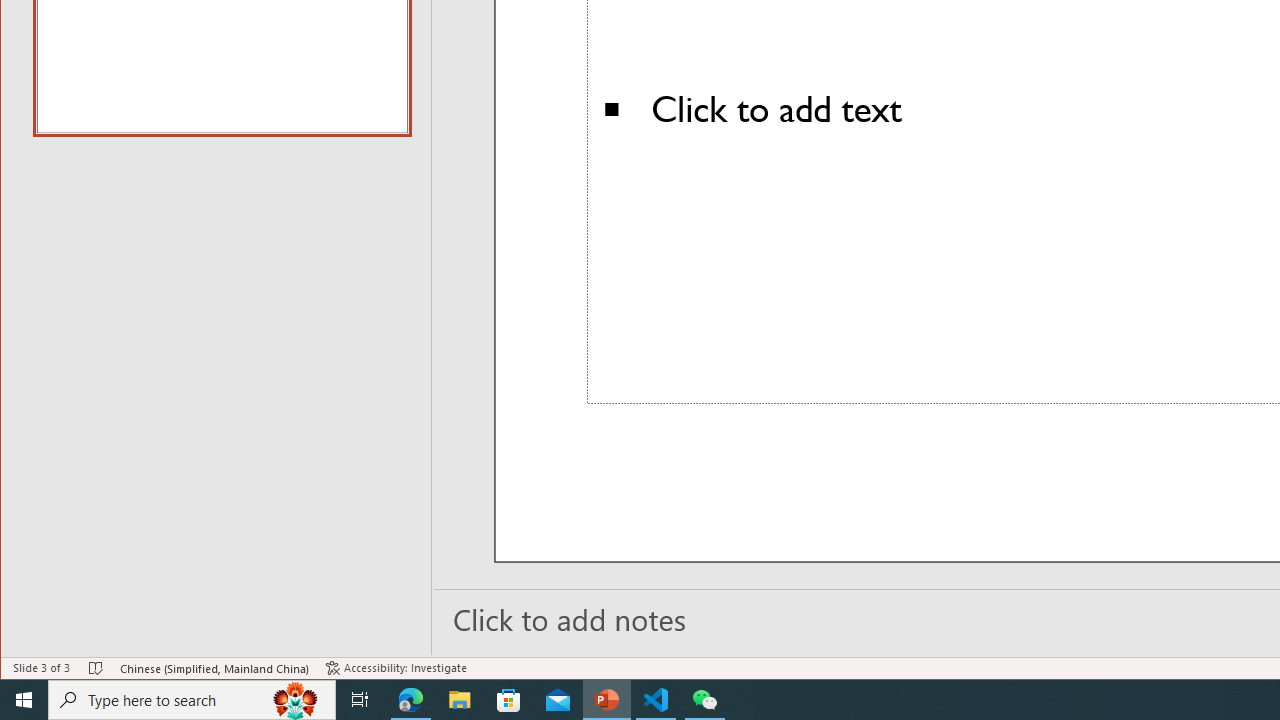  What do you see at coordinates (509, 698) in the screenshot?
I see `'Microsoft Store'` at bounding box center [509, 698].